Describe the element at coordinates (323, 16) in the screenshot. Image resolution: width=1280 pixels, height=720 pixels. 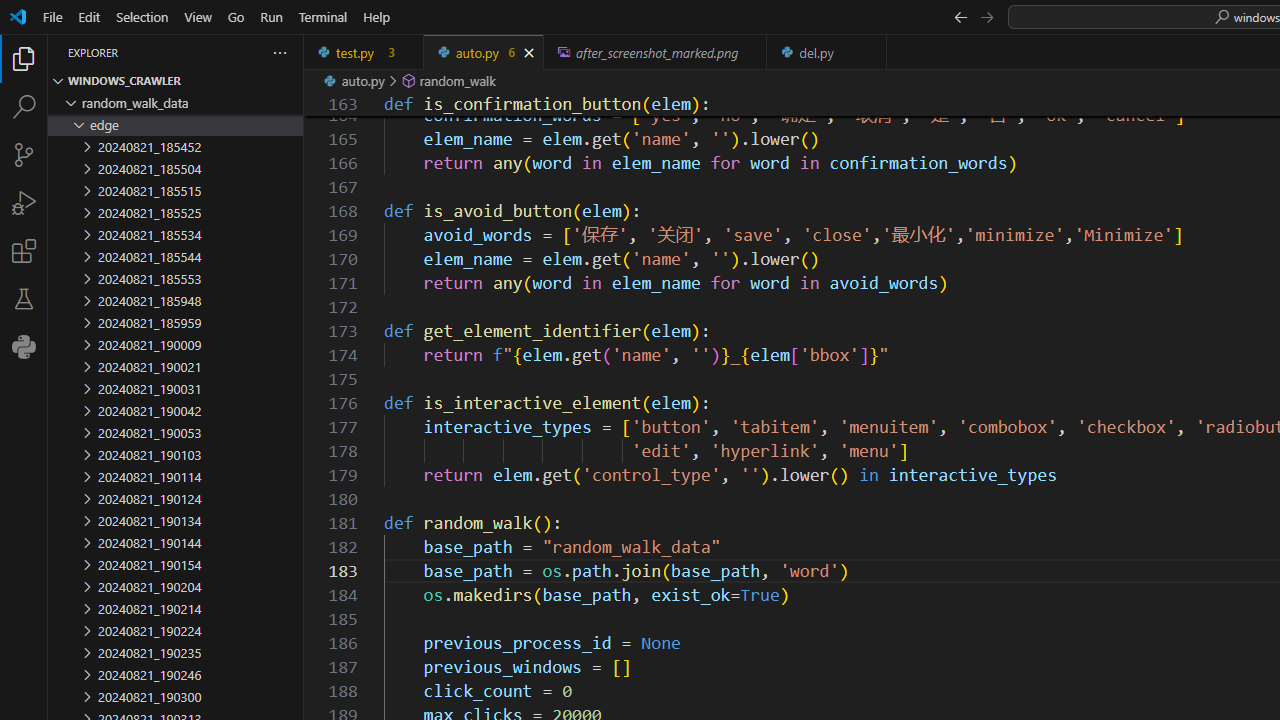
I see `'Terminal'` at that location.